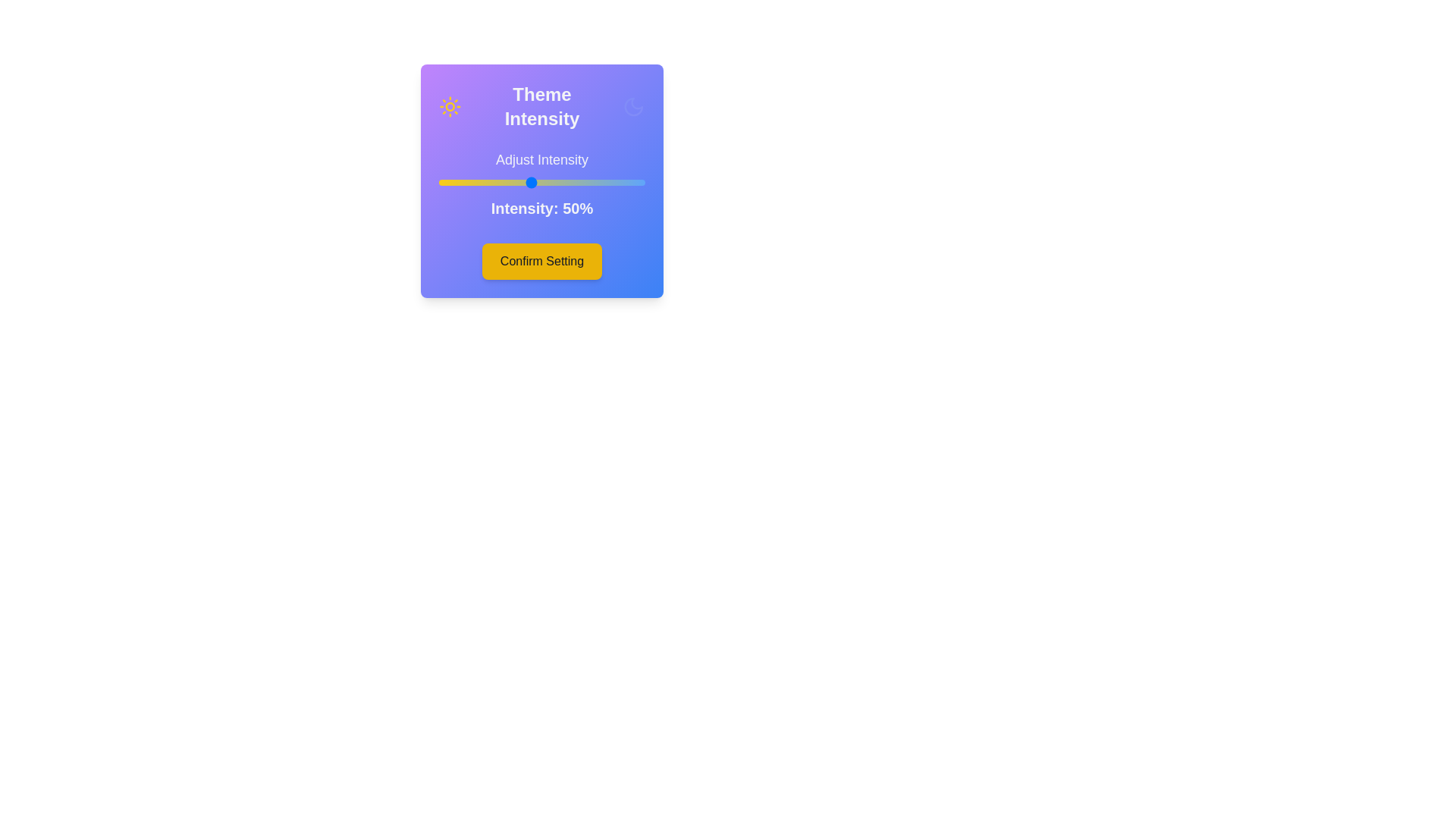 Image resolution: width=1456 pixels, height=819 pixels. What do you see at coordinates (626, 181) in the screenshot?
I see `the intensity slider to 92%` at bounding box center [626, 181].